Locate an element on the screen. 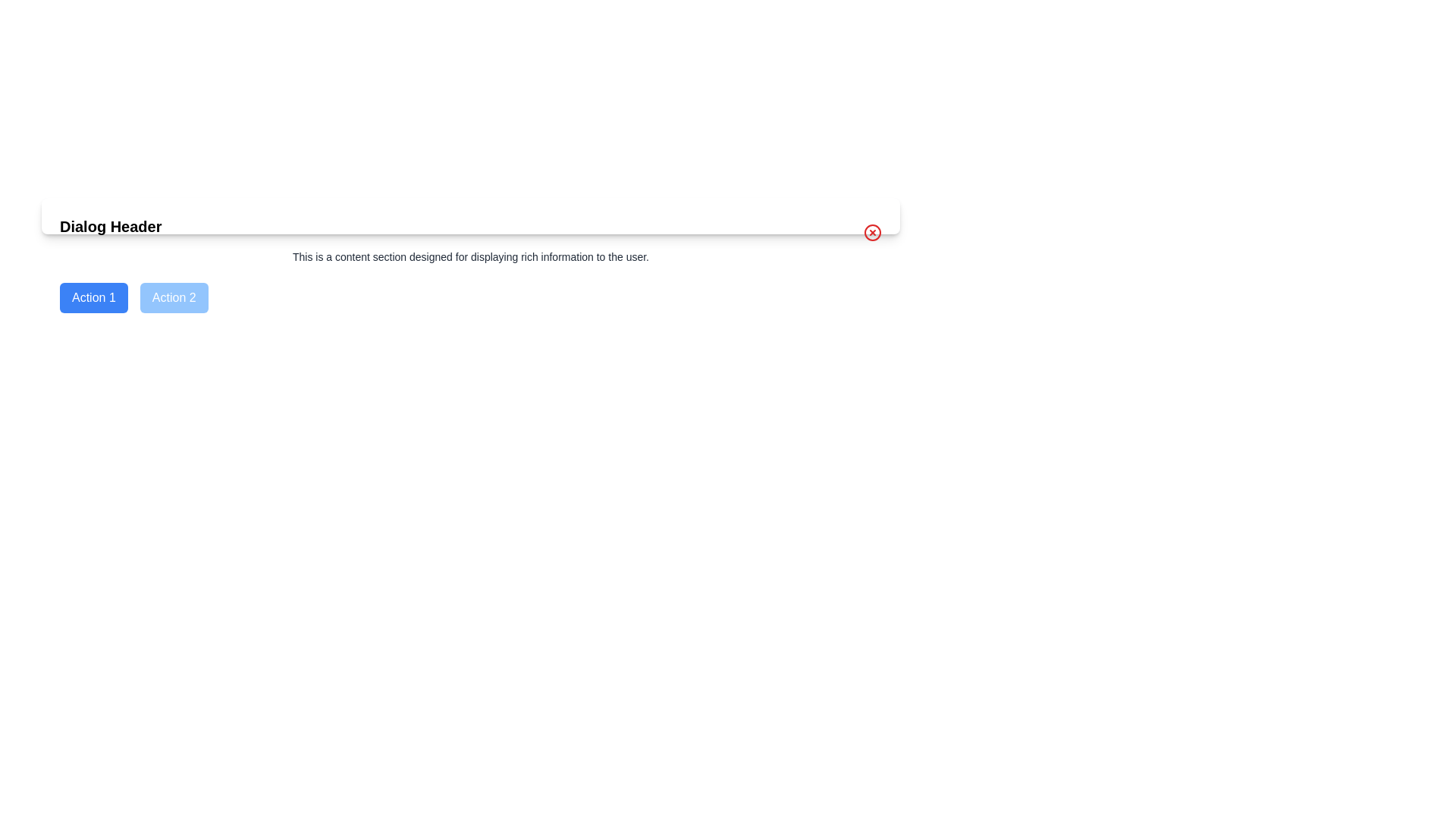  the primary action button located in the bottom-left section of the dialog window is located at coordinates (93, 298).